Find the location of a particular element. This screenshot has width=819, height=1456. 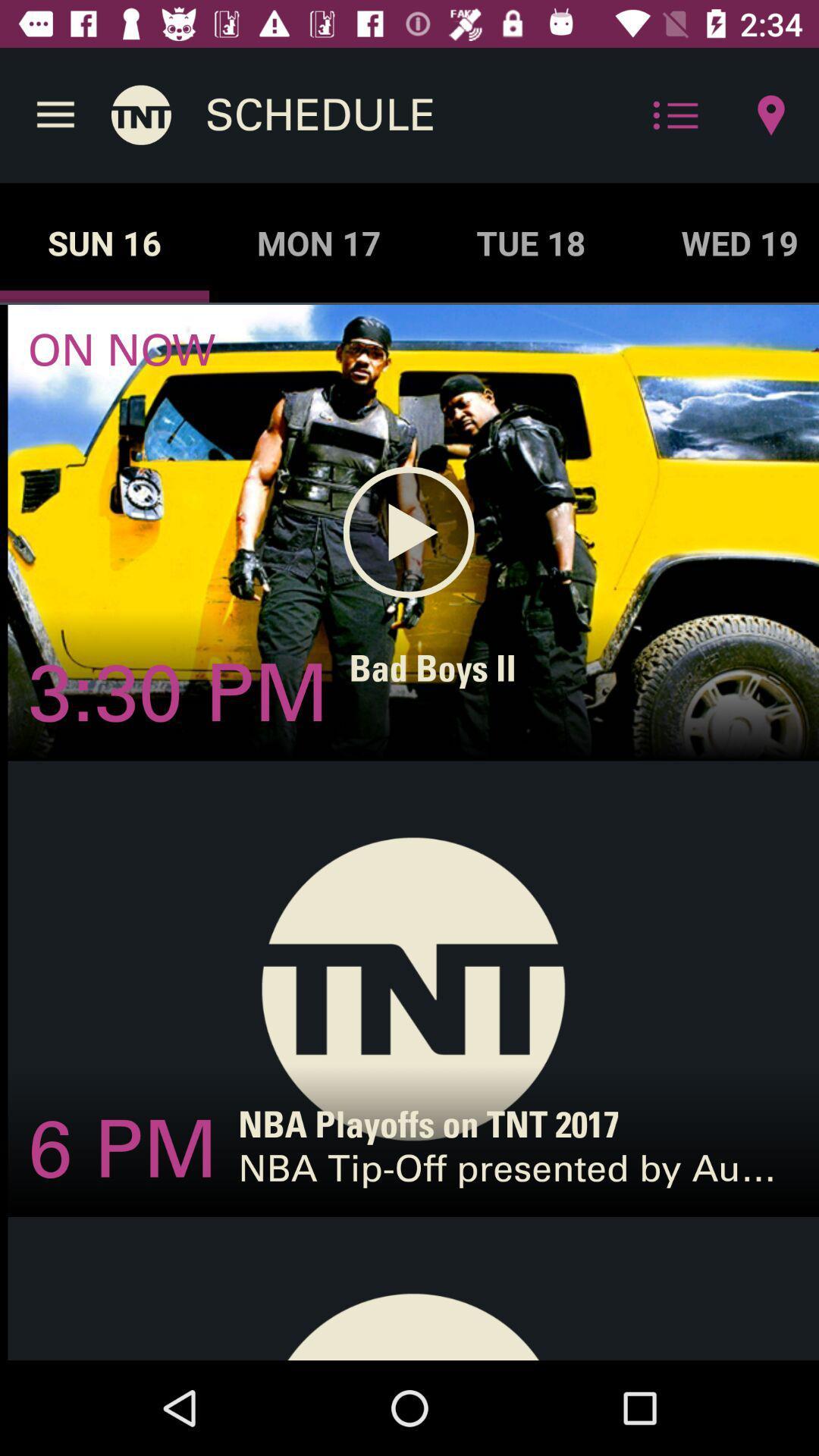

icon next to the mon 17 item is located at coordinates (530, 243).